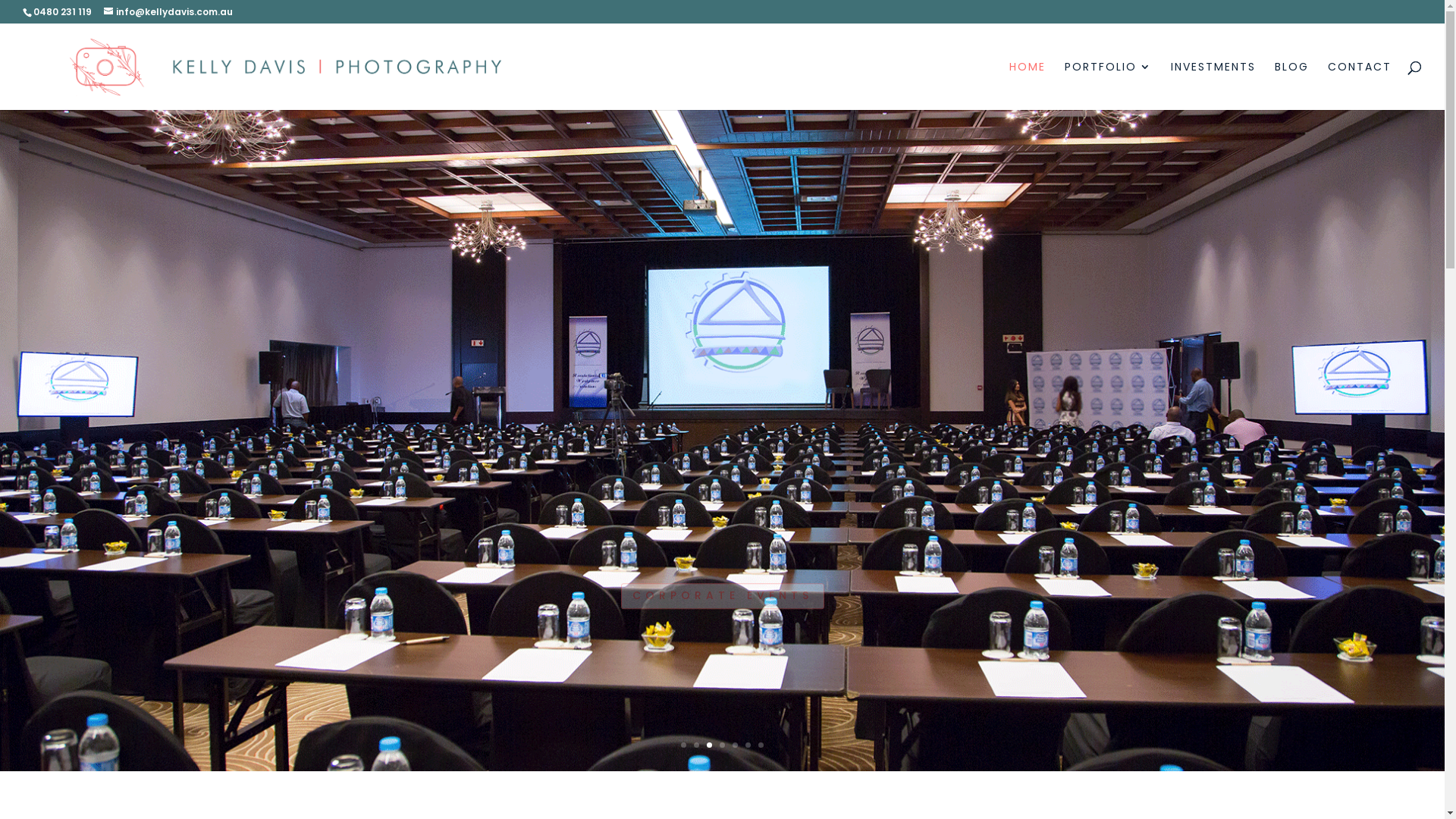 Image resolution: width=1456 pixels, height=819 pixels. Describe the element at coordinates (682, 744) in the screenshot. I see `'1'` at that location.